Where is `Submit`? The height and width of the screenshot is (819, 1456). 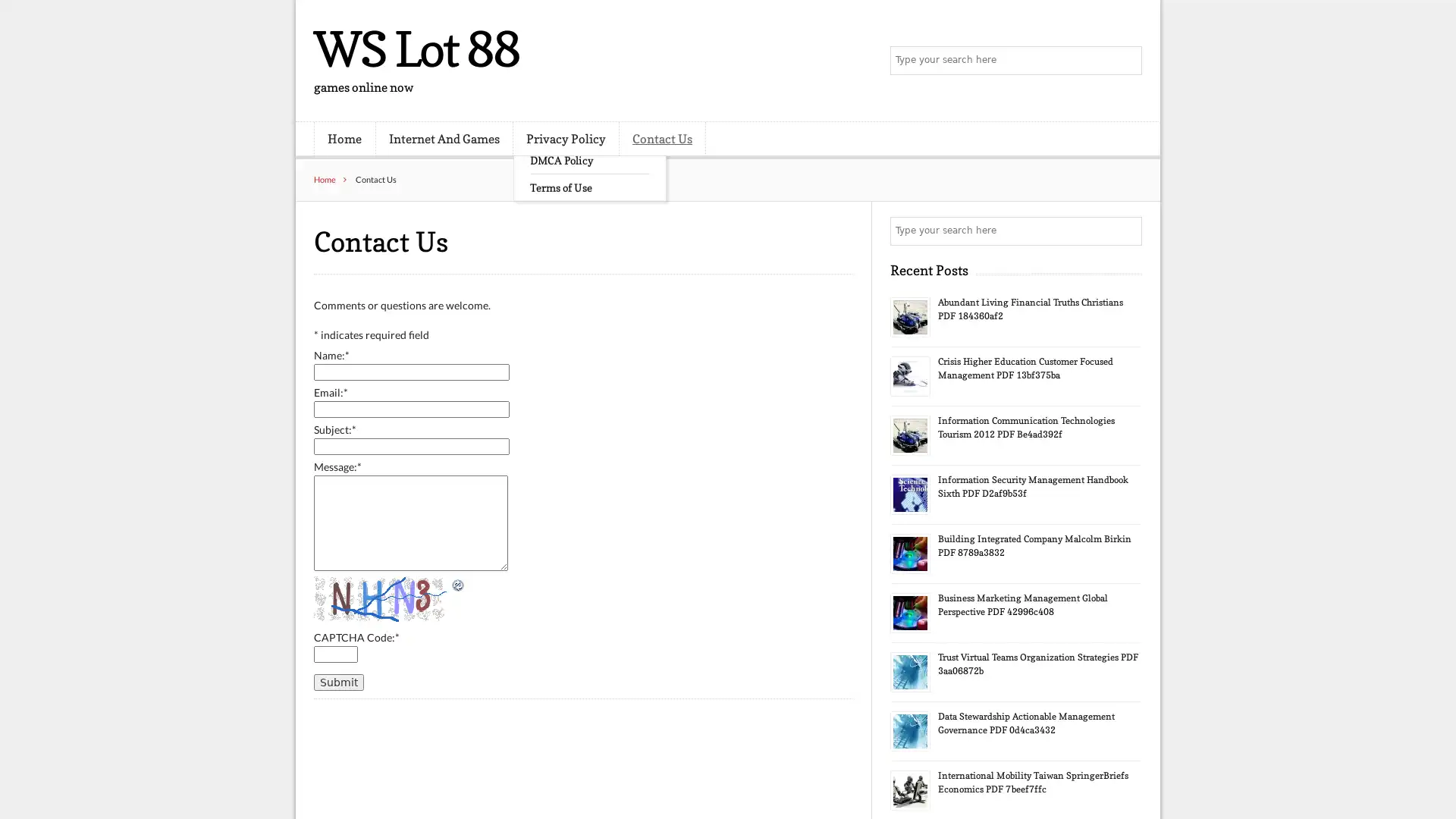 Submit is located at coordinates (337, 680).